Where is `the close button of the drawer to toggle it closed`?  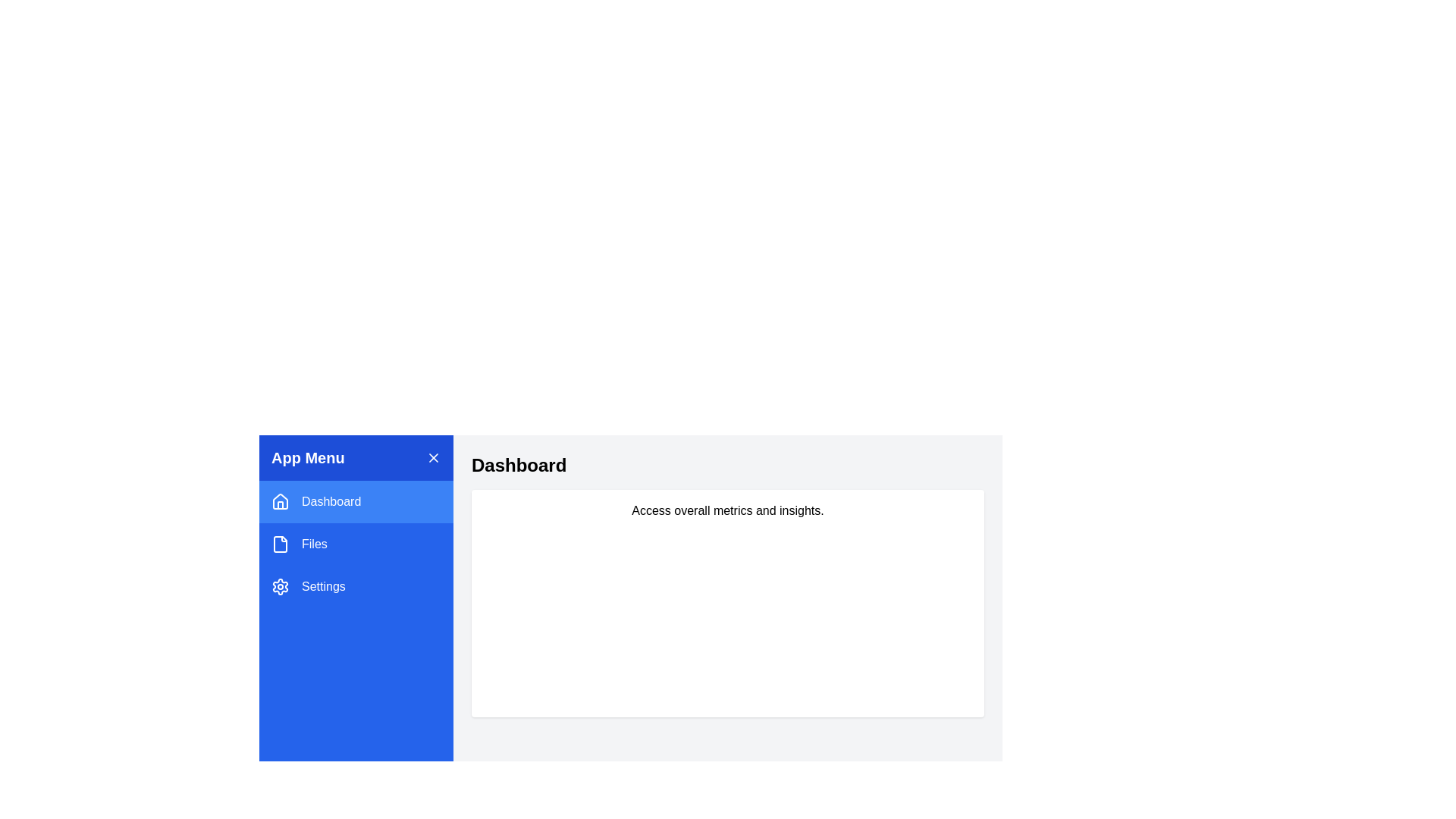 the close button of the drawer to toggle it closed is located at coordinates (432, 457).